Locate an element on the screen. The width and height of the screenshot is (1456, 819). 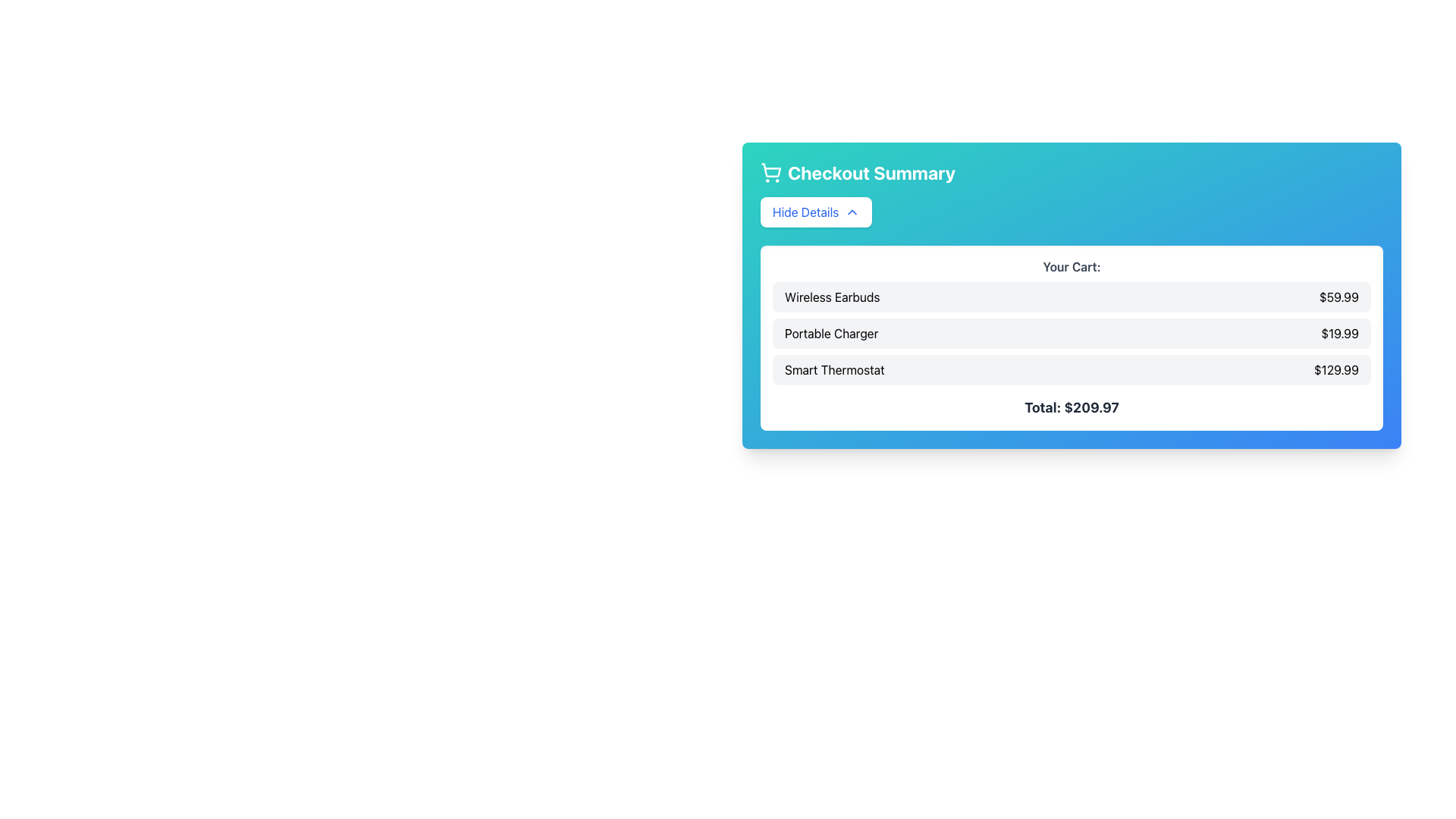
text label 'Portable Charger' located in the 'Checkout Summary' section, which is left-aligned with a price tag '$19.99' to its right is located at coordinates (830, 332).